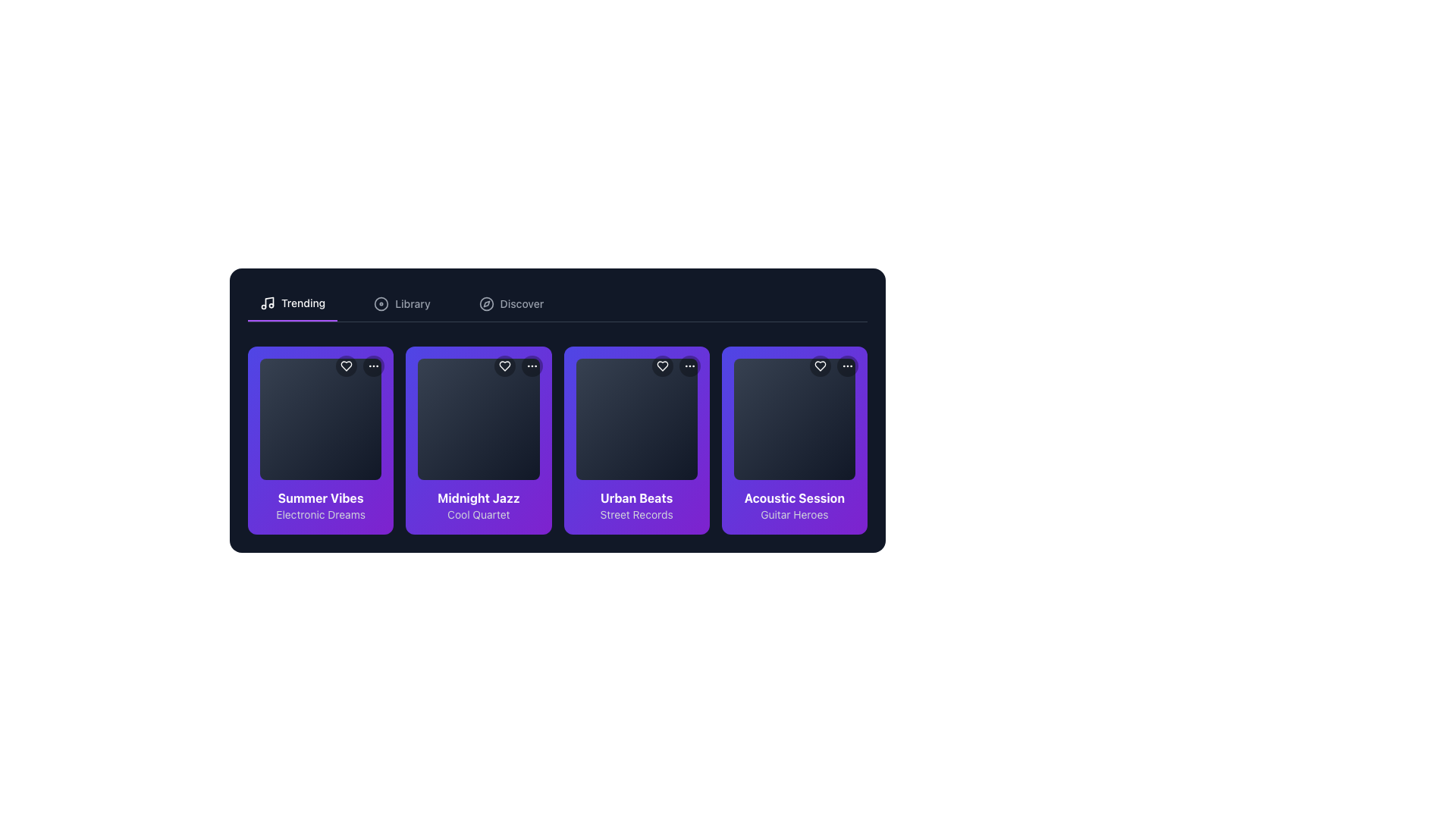 Image resolution: width=1456 pixels, height=819 pixels. Describe the element at coordinates (793, 506) in the screenshot. I see `the text label 'Acoustic Session'` at that location.